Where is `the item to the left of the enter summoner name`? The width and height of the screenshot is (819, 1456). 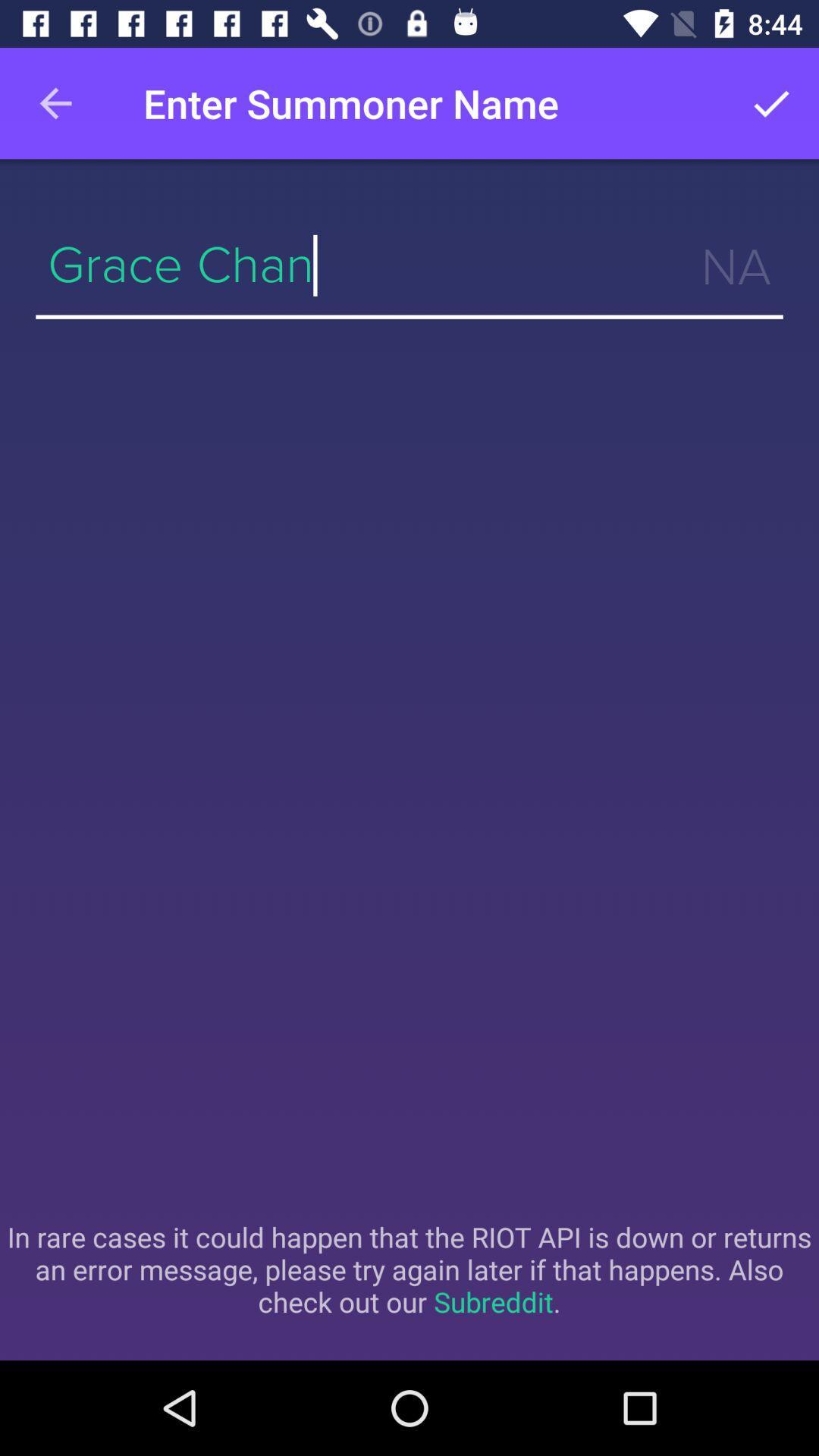
the item to the left of the enter summoner name is located at coordinates (55, 102).